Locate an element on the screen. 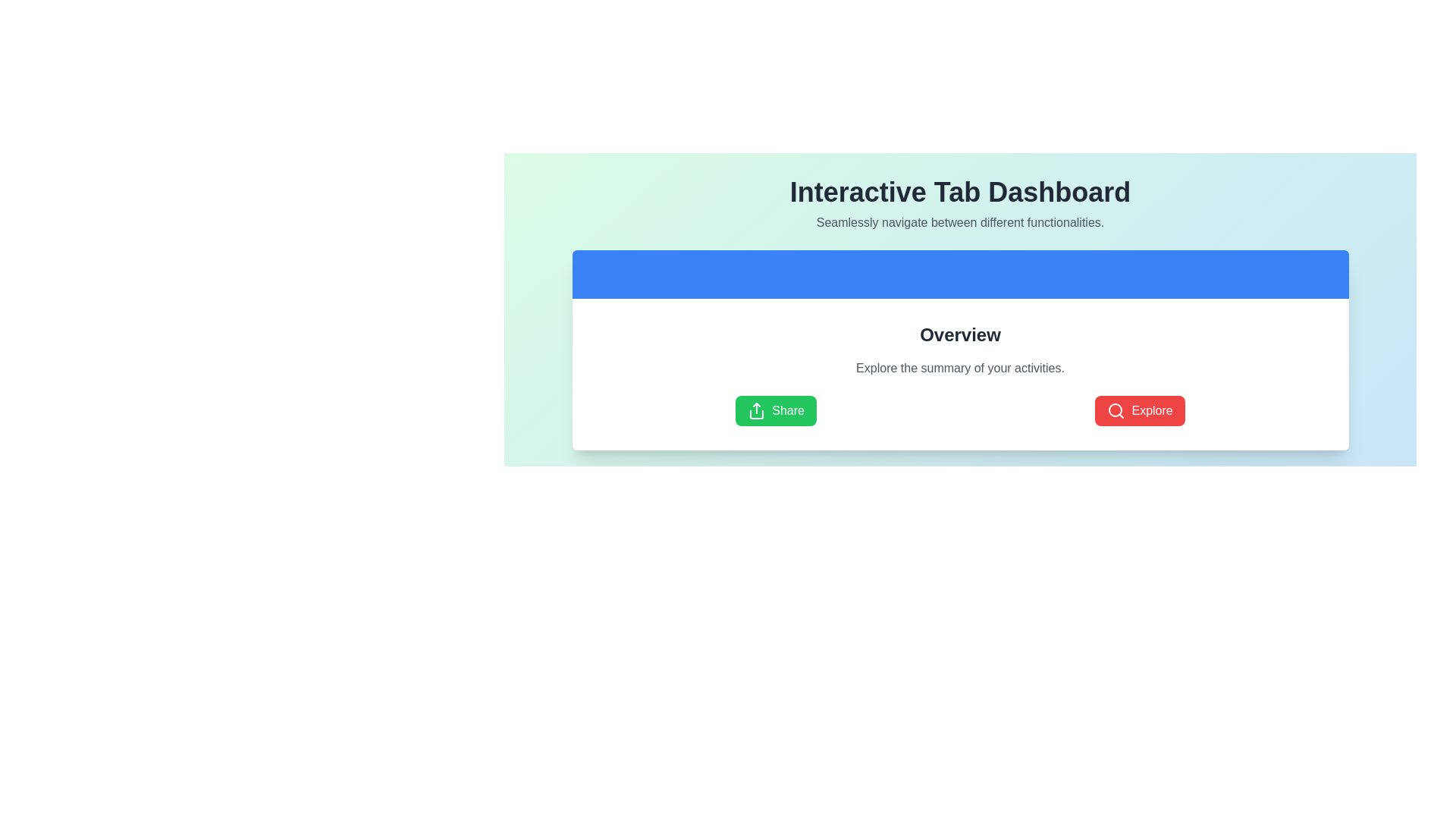 The image size is (1456, 819). the 'Overview' icon located in the left section of the blue header, which serves as a visual marker for the associated 'Overview' tab, to gather information is located at coordinates (641, 275).